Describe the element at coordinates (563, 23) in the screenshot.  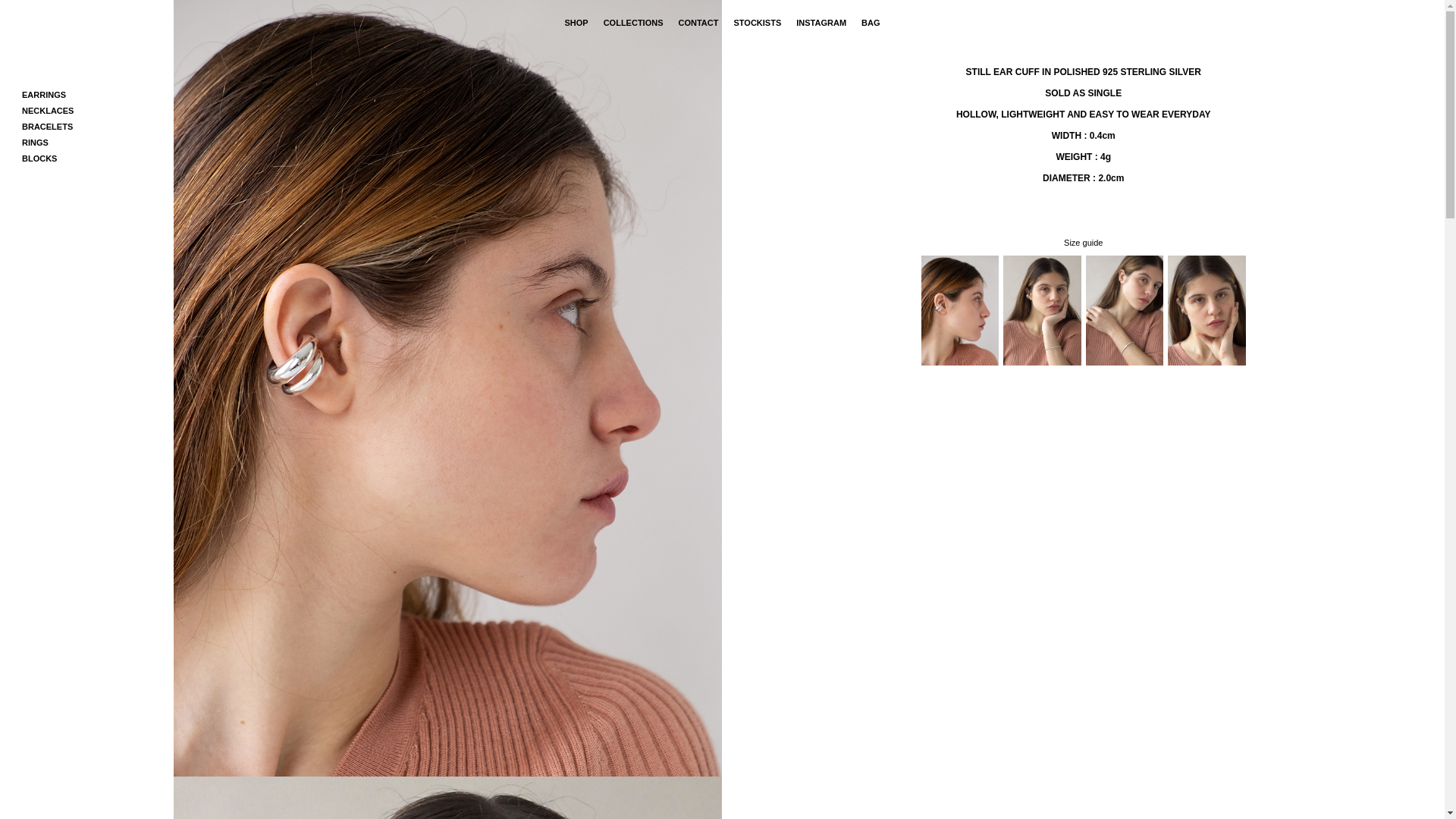
I see `'SHOP'` at that location.